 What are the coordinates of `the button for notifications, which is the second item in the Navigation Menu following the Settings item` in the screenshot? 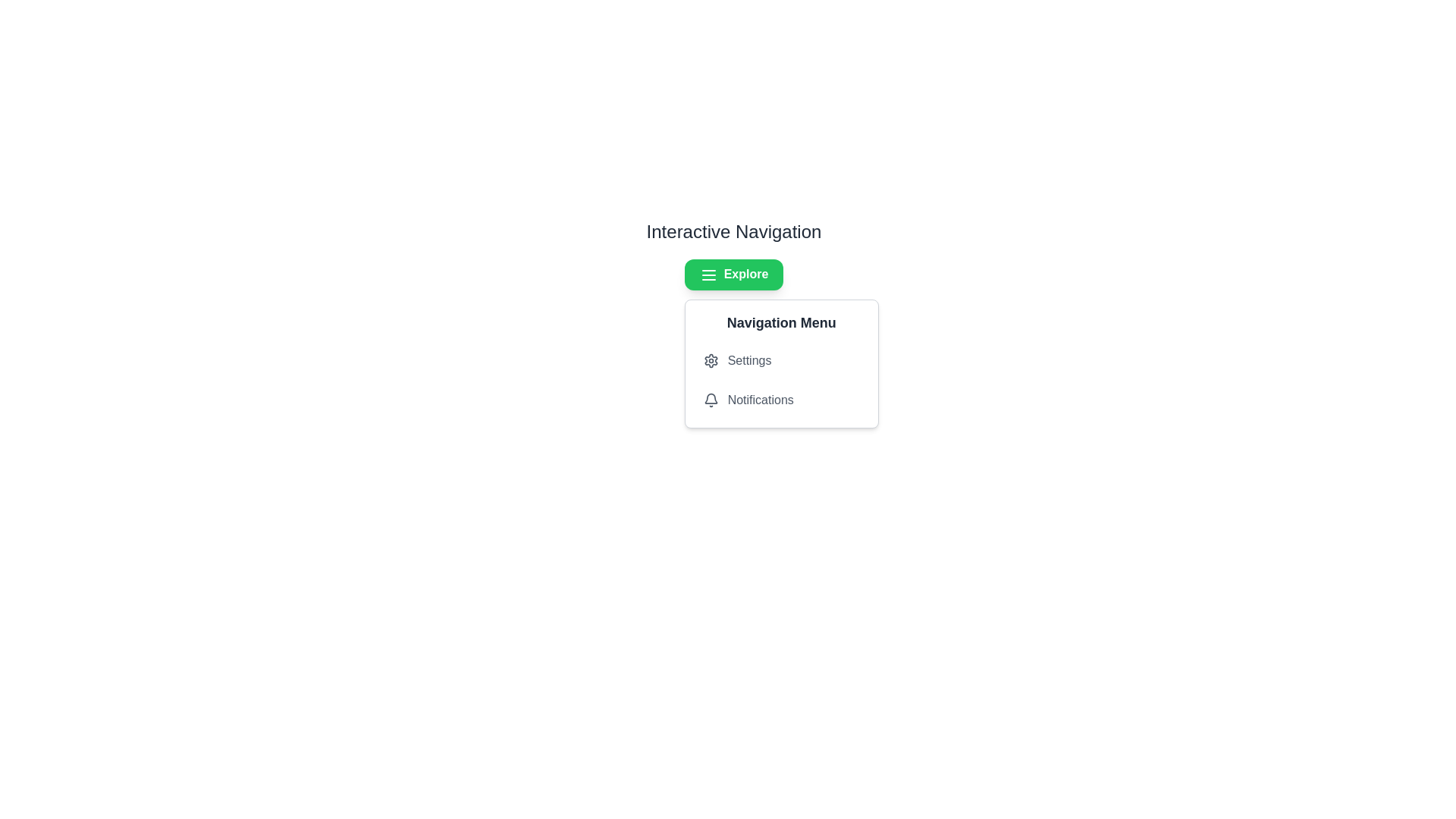 It's located at (781, 399).